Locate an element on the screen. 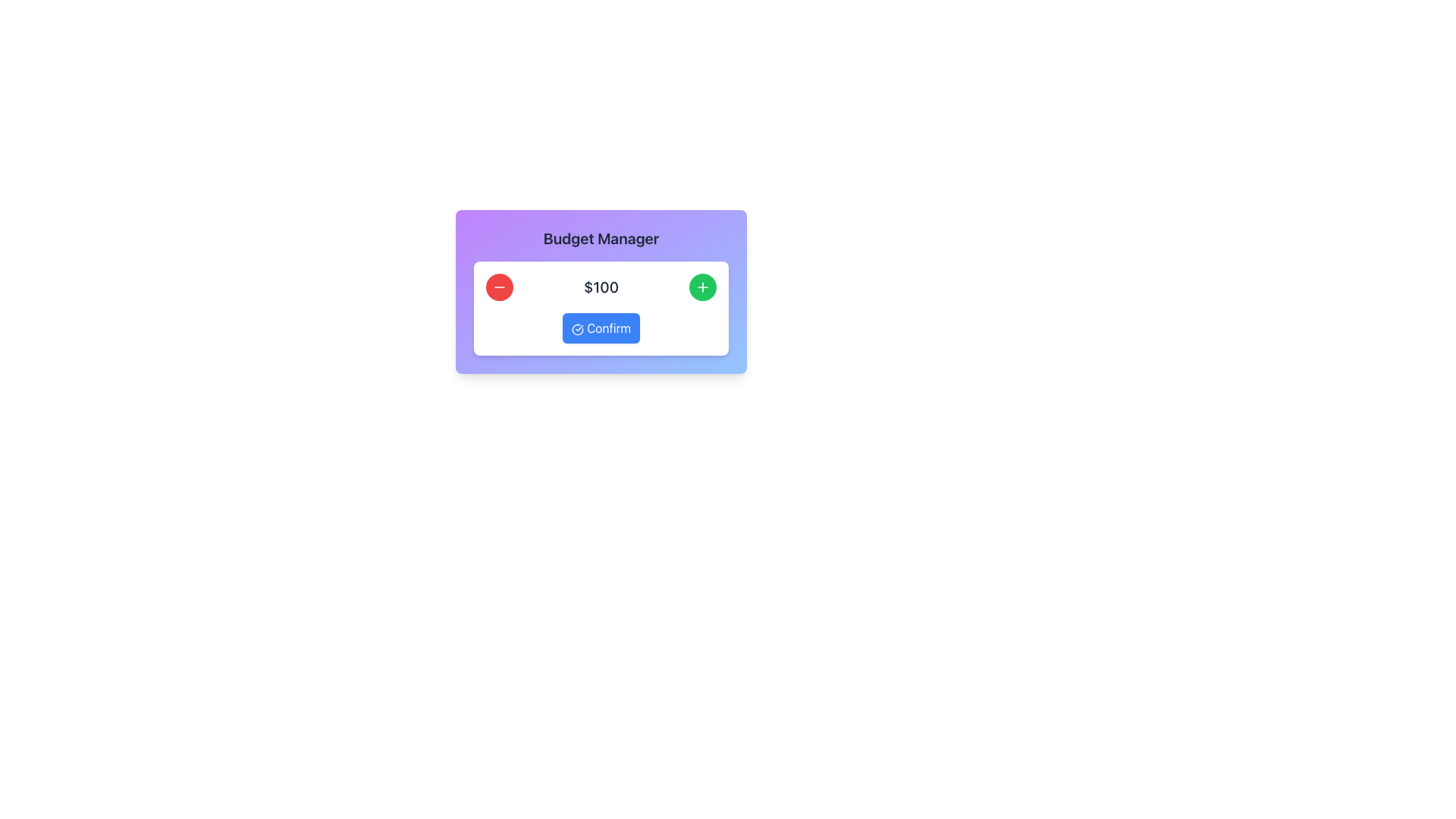 The height and width of the screenshot is (819, 1456). the Text Display that shows the current monetary value, located between the red decrement button and the green increment button is located at coordinates (600, 287).